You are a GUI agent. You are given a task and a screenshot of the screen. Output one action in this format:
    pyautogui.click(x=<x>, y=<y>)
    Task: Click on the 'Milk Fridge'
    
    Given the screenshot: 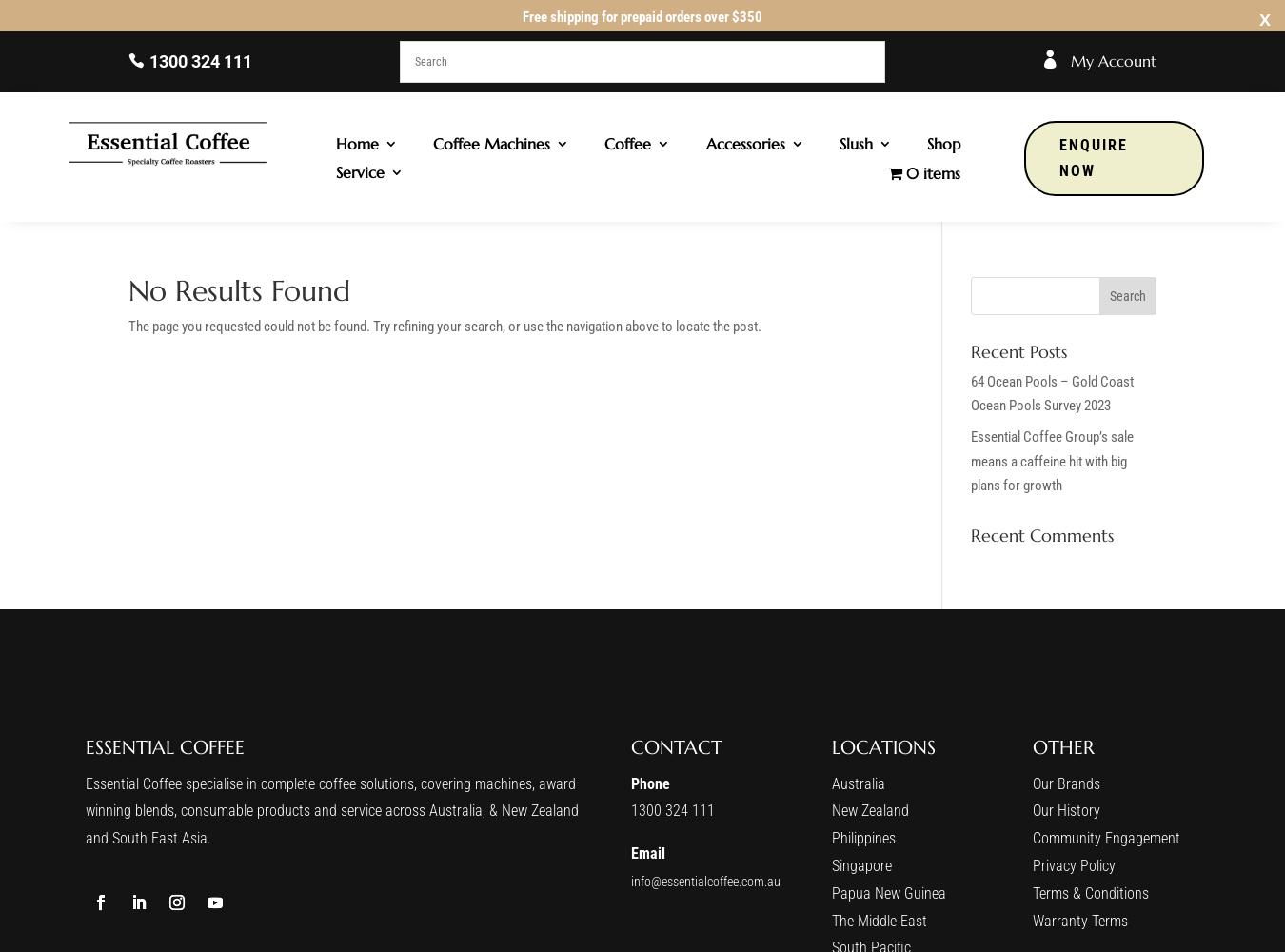 What is the action you would take?
    pyautogui.click(x=771, y=310)
    